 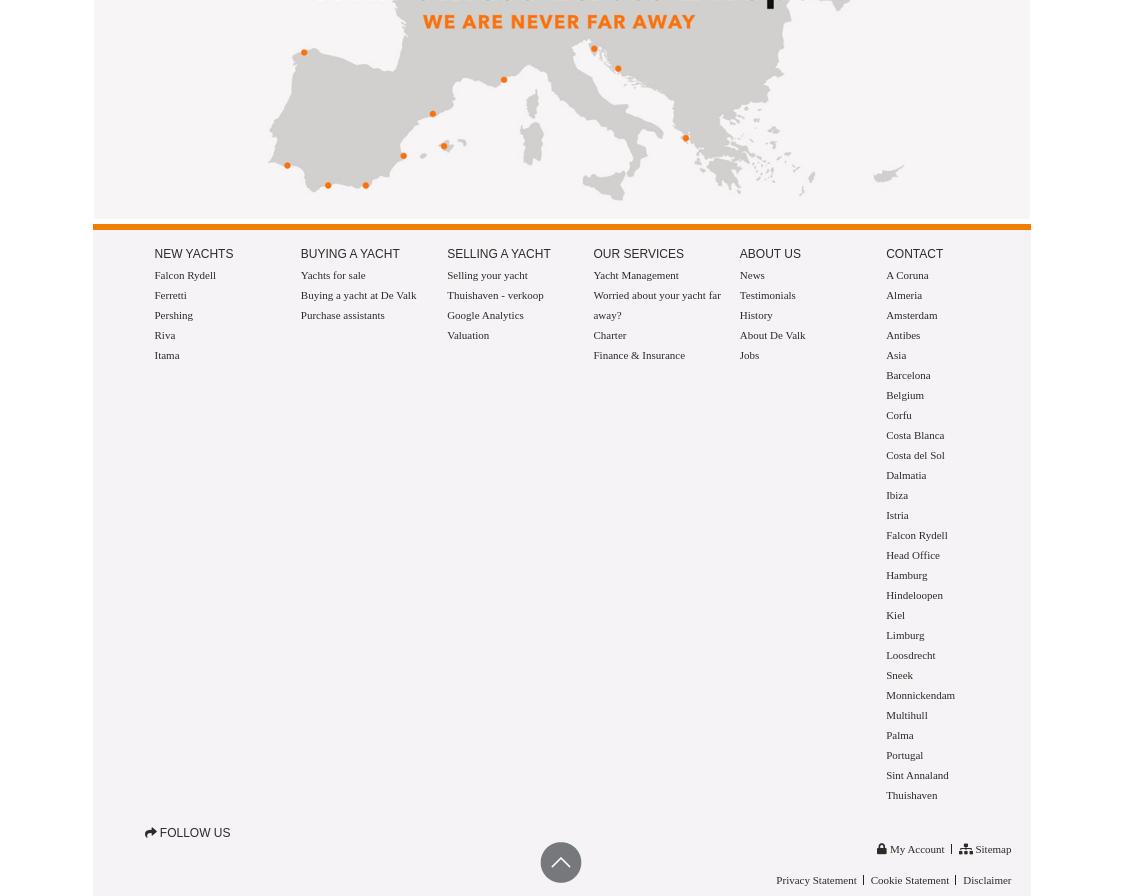 What do you see at coordinates (885, 754) in the screenshot?
I see `'Portugal'` at bounding box center [885, 754].